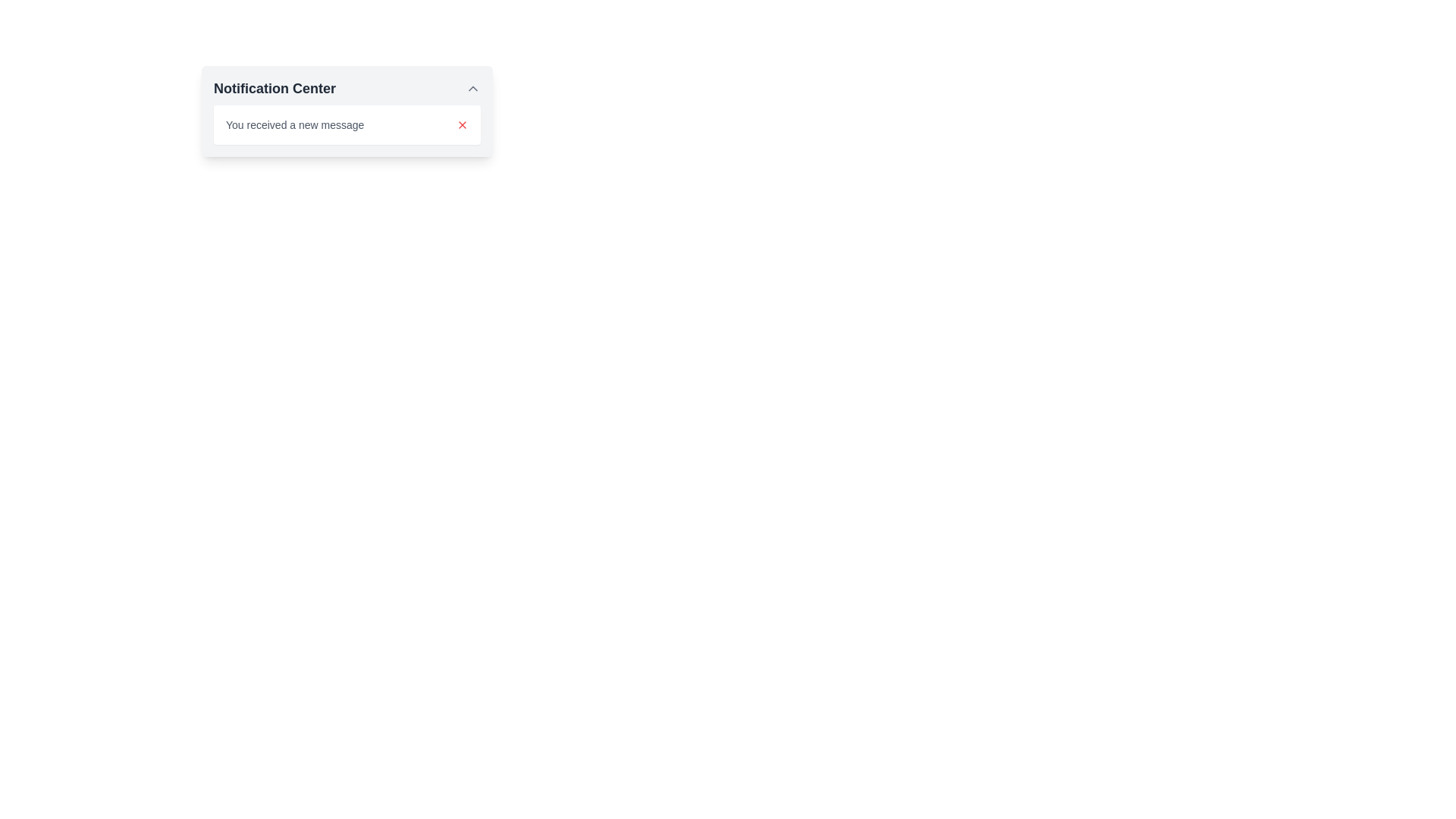 This screenshot has height=819, width=1456. Describe the element at coordinates (472, 88) in the screenshot. I see `the upward-pointing chevron icon button with the 'lucide-chevron-up' class located in the upper-right corner of the 'Notification Center' header to minimize or collapse the section` at that location.